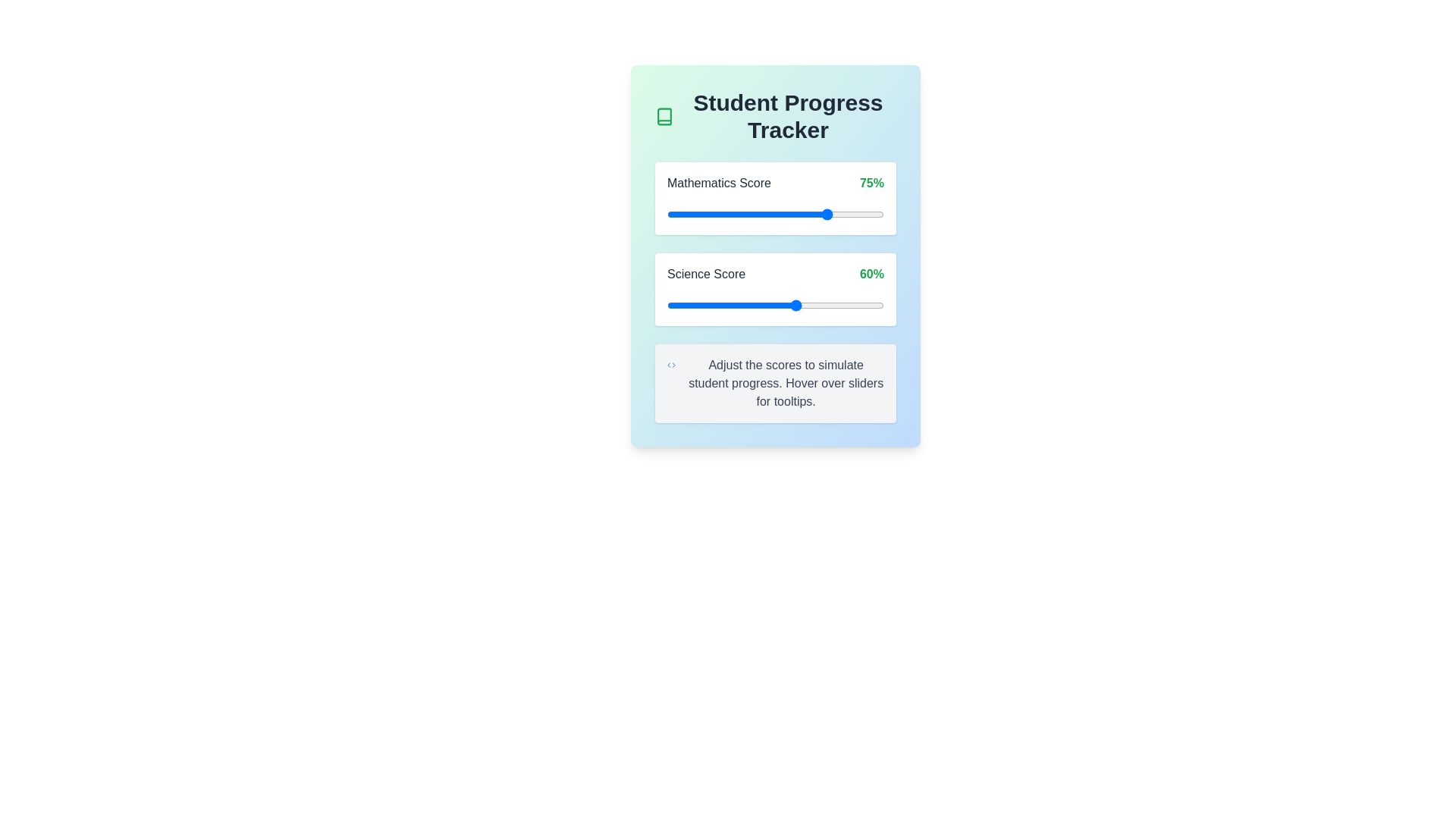  What do you see at coordinates (736, 305) in the screenshot?
I see `the Science Score slider to 32%` at bounding box center [736, 305].